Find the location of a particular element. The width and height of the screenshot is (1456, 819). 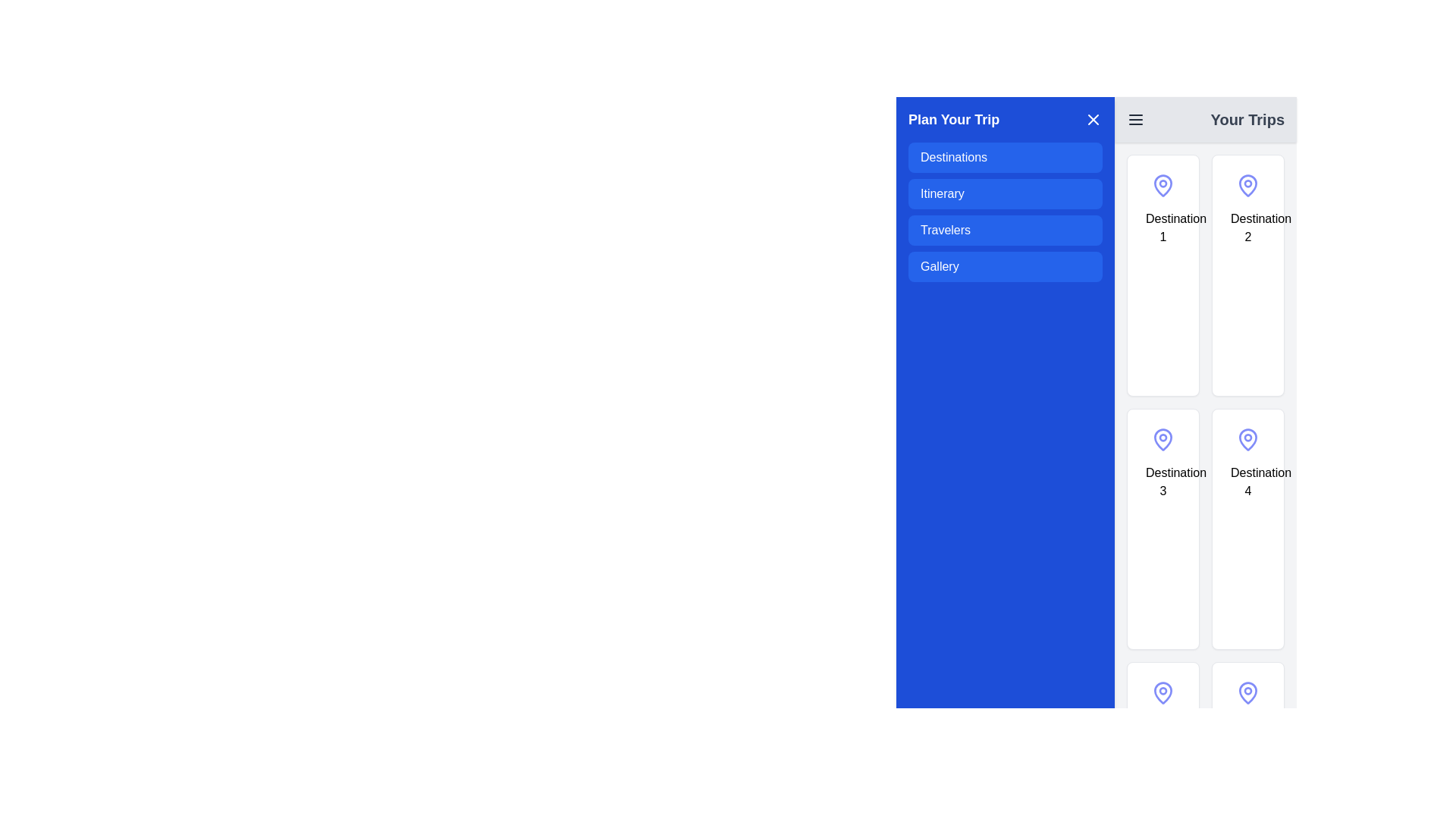

the selectable card labeled 'Destination 2' in the right-side panel under 'Your Trips' is located at coordinates (1248, 275).